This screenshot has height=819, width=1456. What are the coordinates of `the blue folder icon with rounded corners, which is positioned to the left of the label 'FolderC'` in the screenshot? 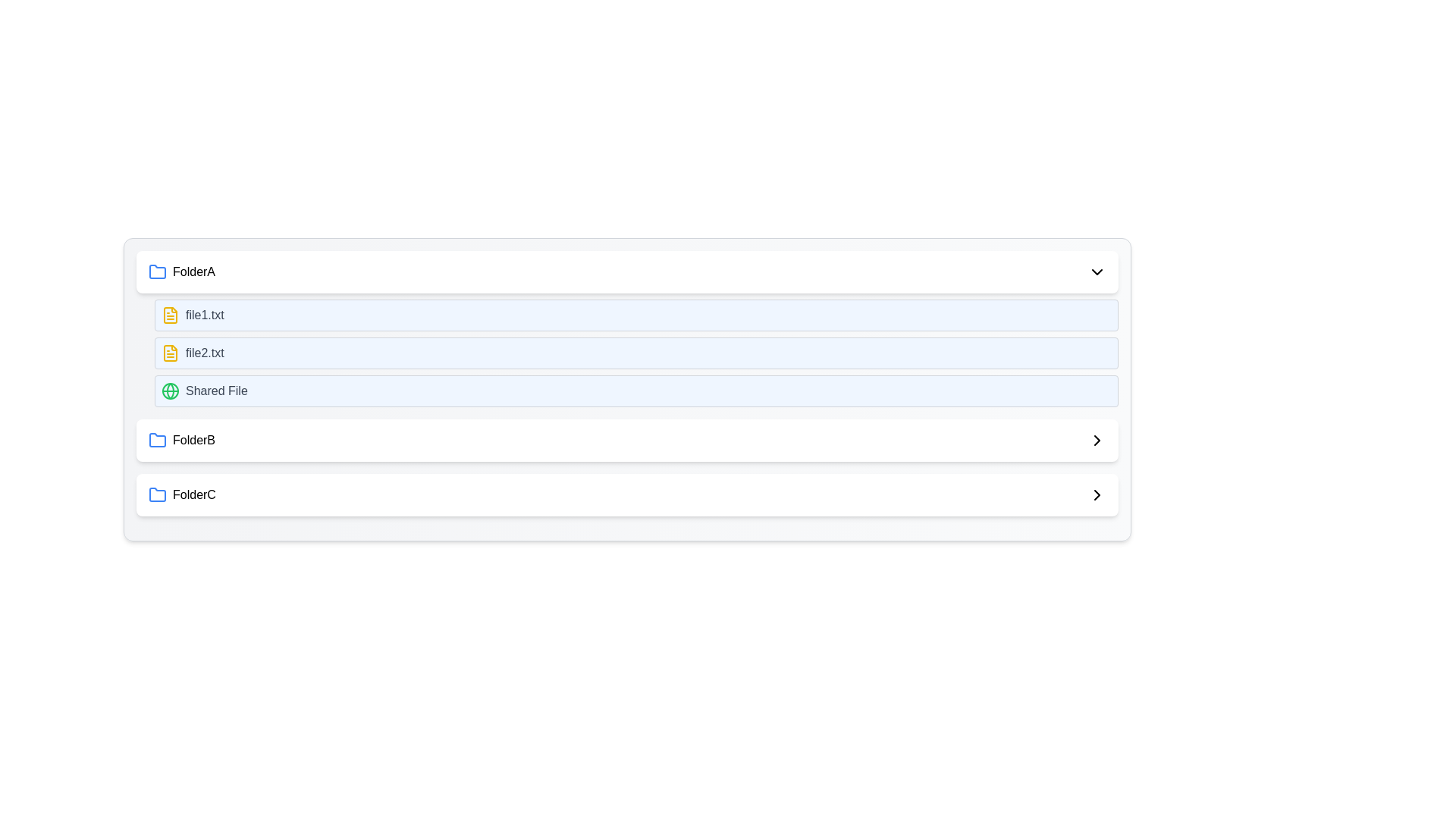 It's located at (157, 494).